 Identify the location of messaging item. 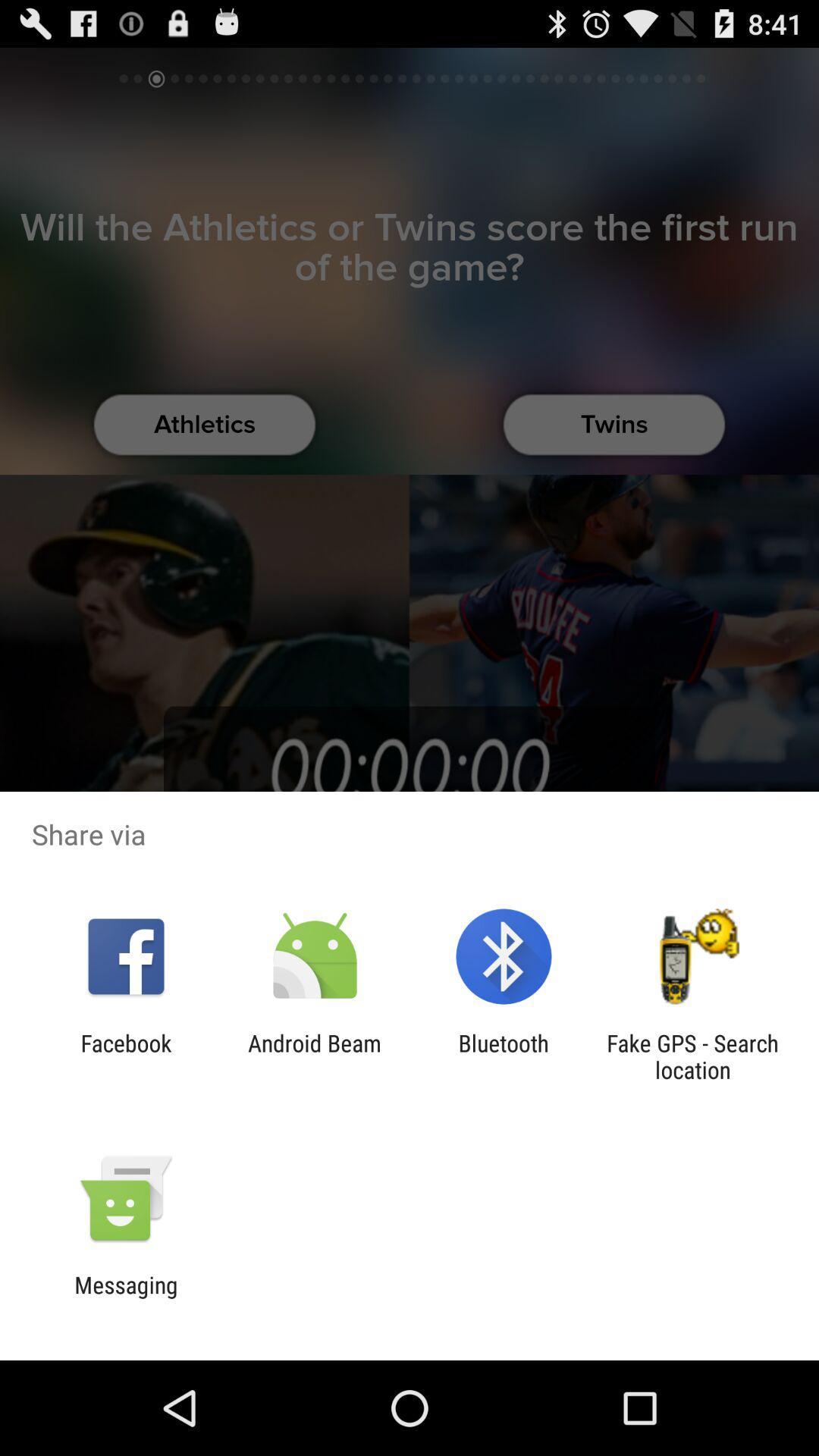
(125, 1298).